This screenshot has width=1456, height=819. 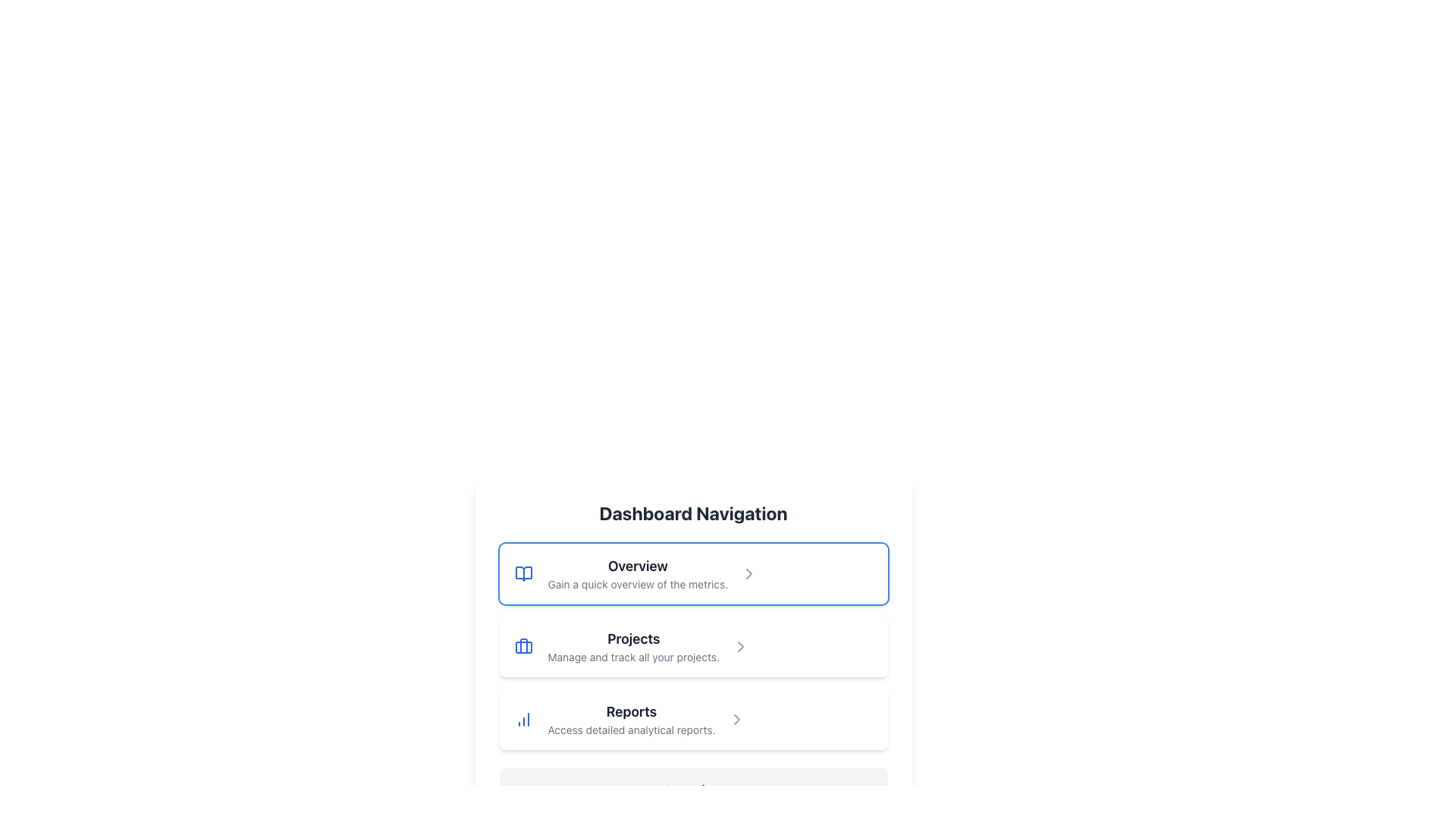 I want to click on the 'Reports' text label, which is prominently displayed in bold dark gray above the descriptive text 'Access detailed analytical reports.', so click(x=632, y=711).